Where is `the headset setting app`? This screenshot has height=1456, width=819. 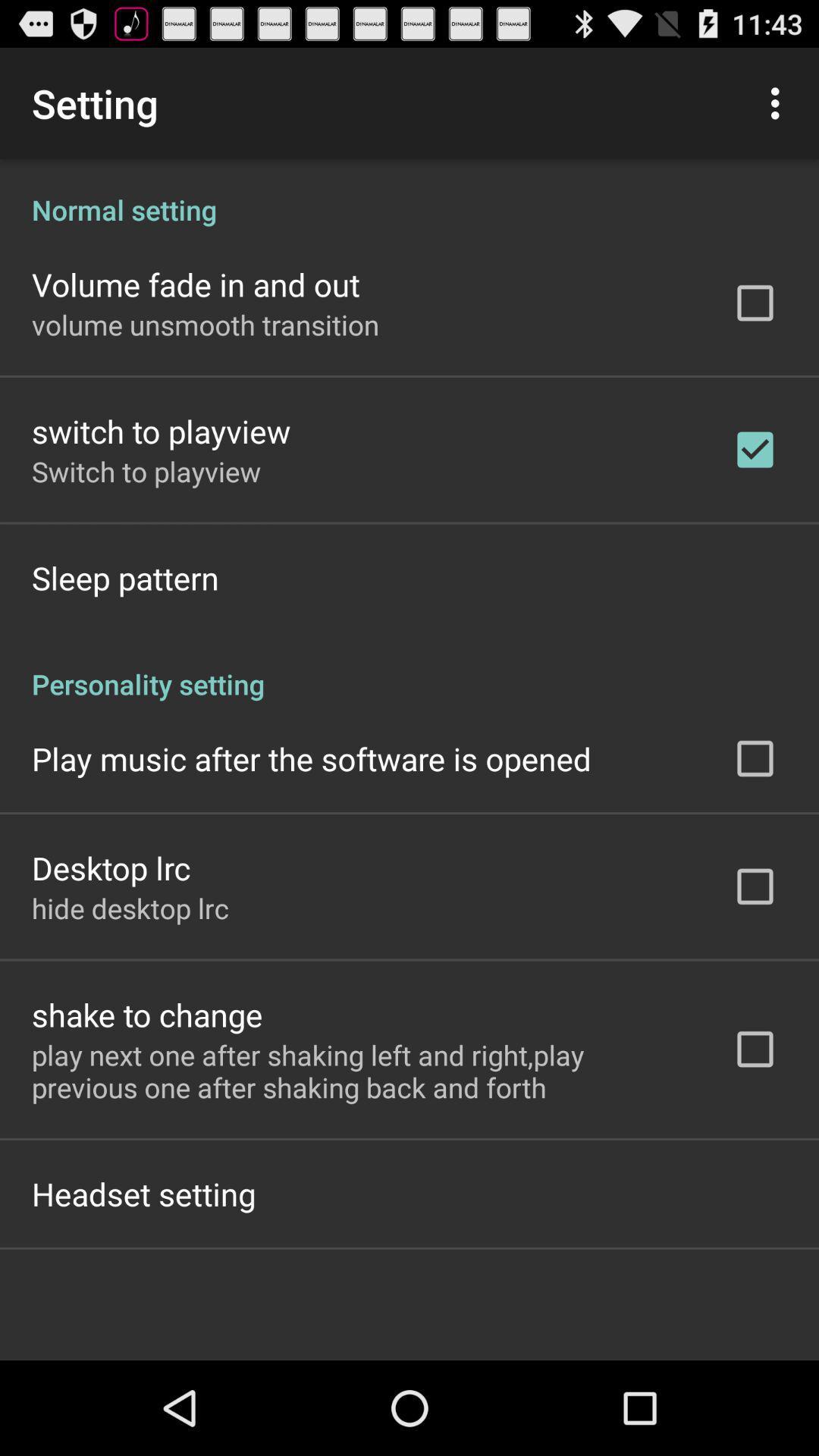 the headset setting app is located at coordinates (143, 1193).